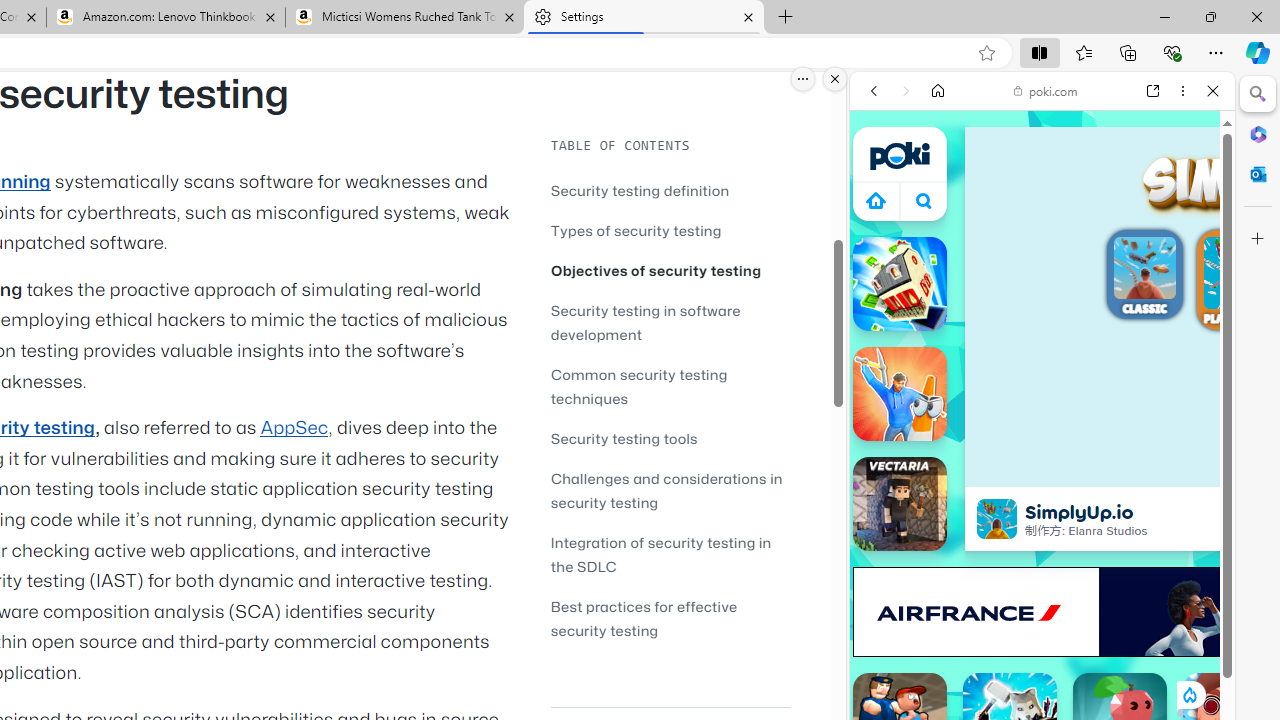 The width and height of the screenshot is (1280, 720). What do you see at coordinates (1041, 666) in the screenshot?
I see `'Sports Games'` at bounding box center [1041, 666].